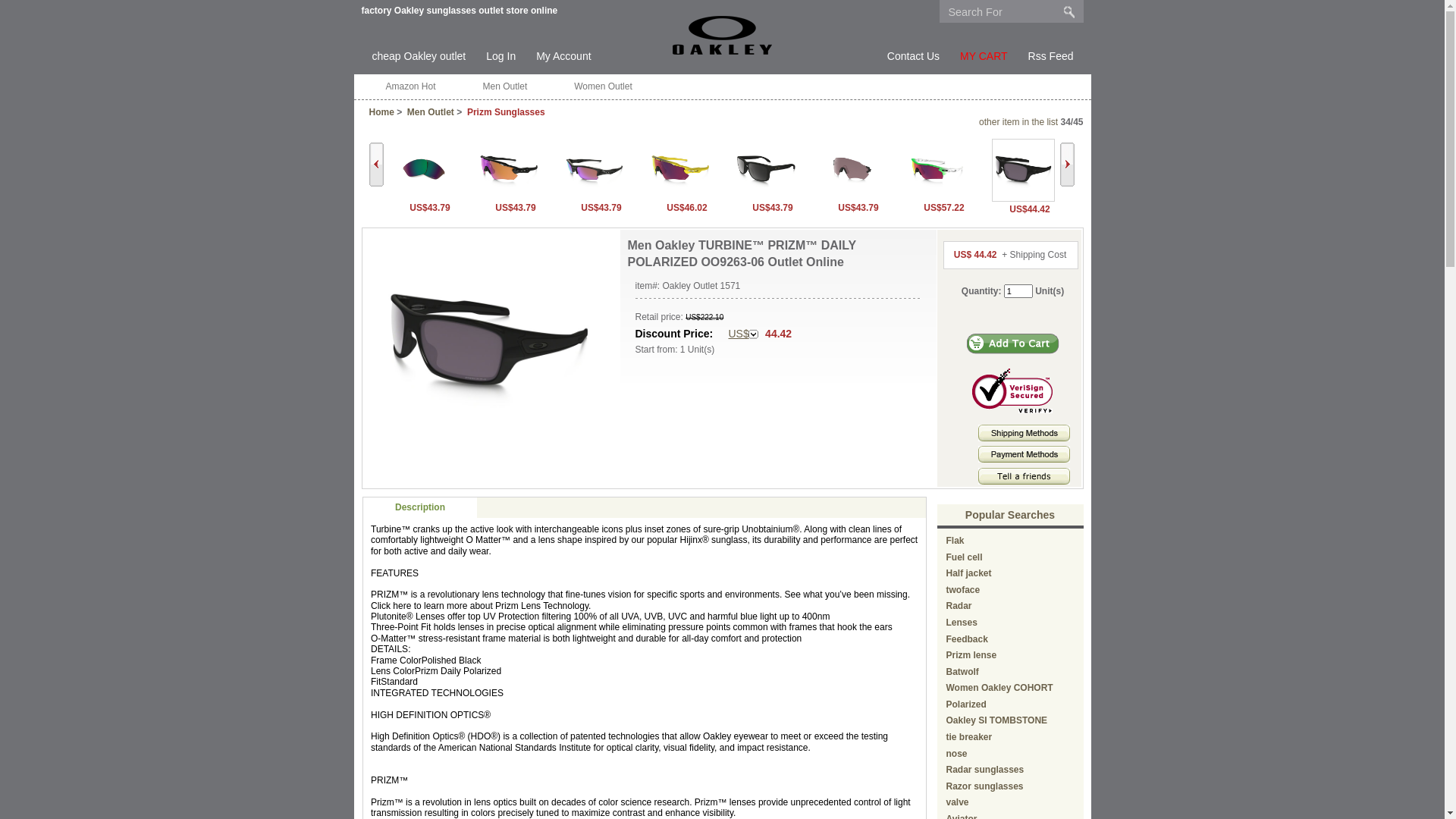 This screenshot has width=1456, height=819. I want to click on 'Fuel cell', so click(964, 557).